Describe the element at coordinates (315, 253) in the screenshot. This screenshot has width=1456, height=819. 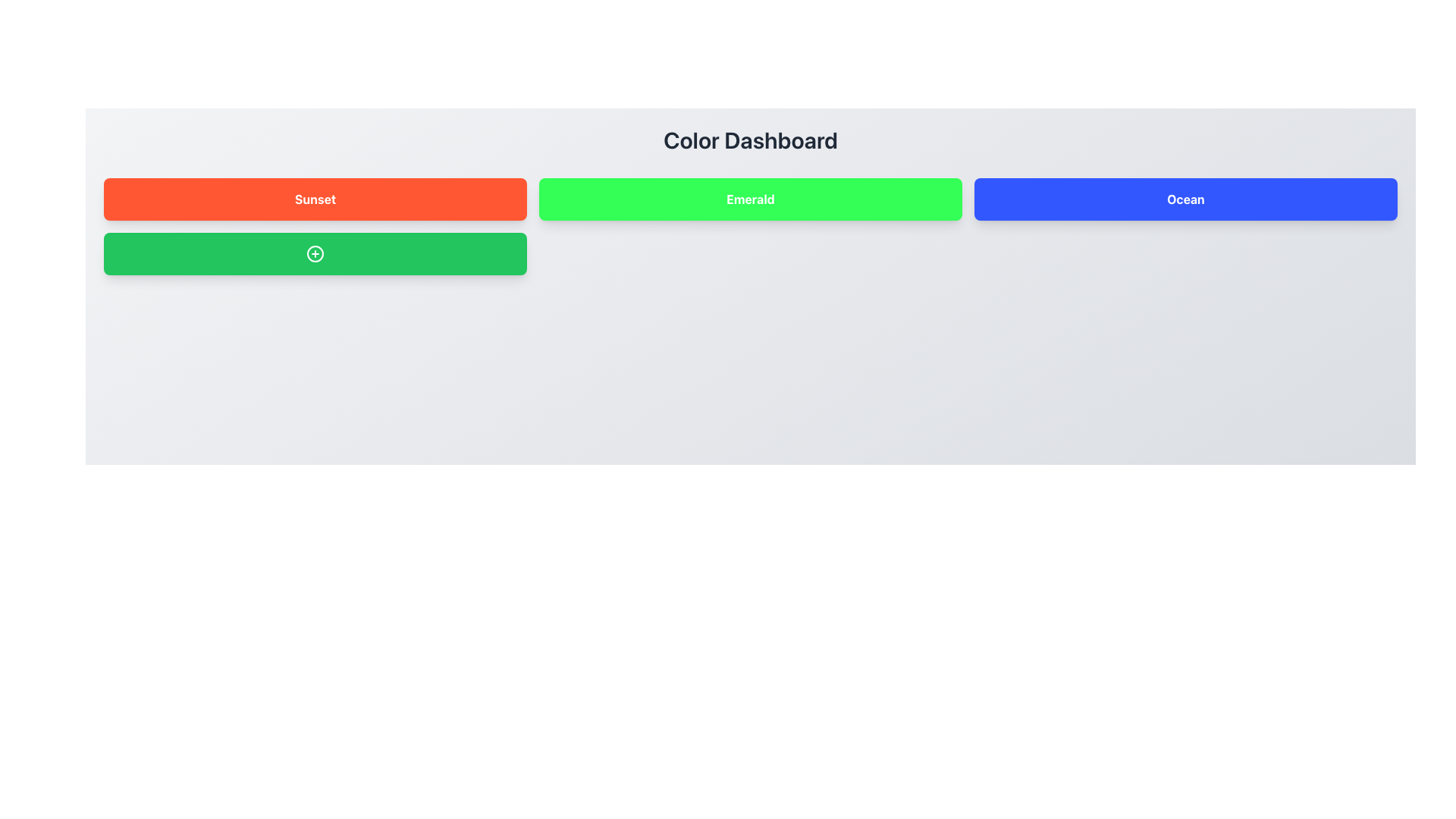
I see `the Circle SVG Element that represents a 'plus' sign inside a circular icon, located in the lower green rectangular section below the 'Sunset' section` at that location.